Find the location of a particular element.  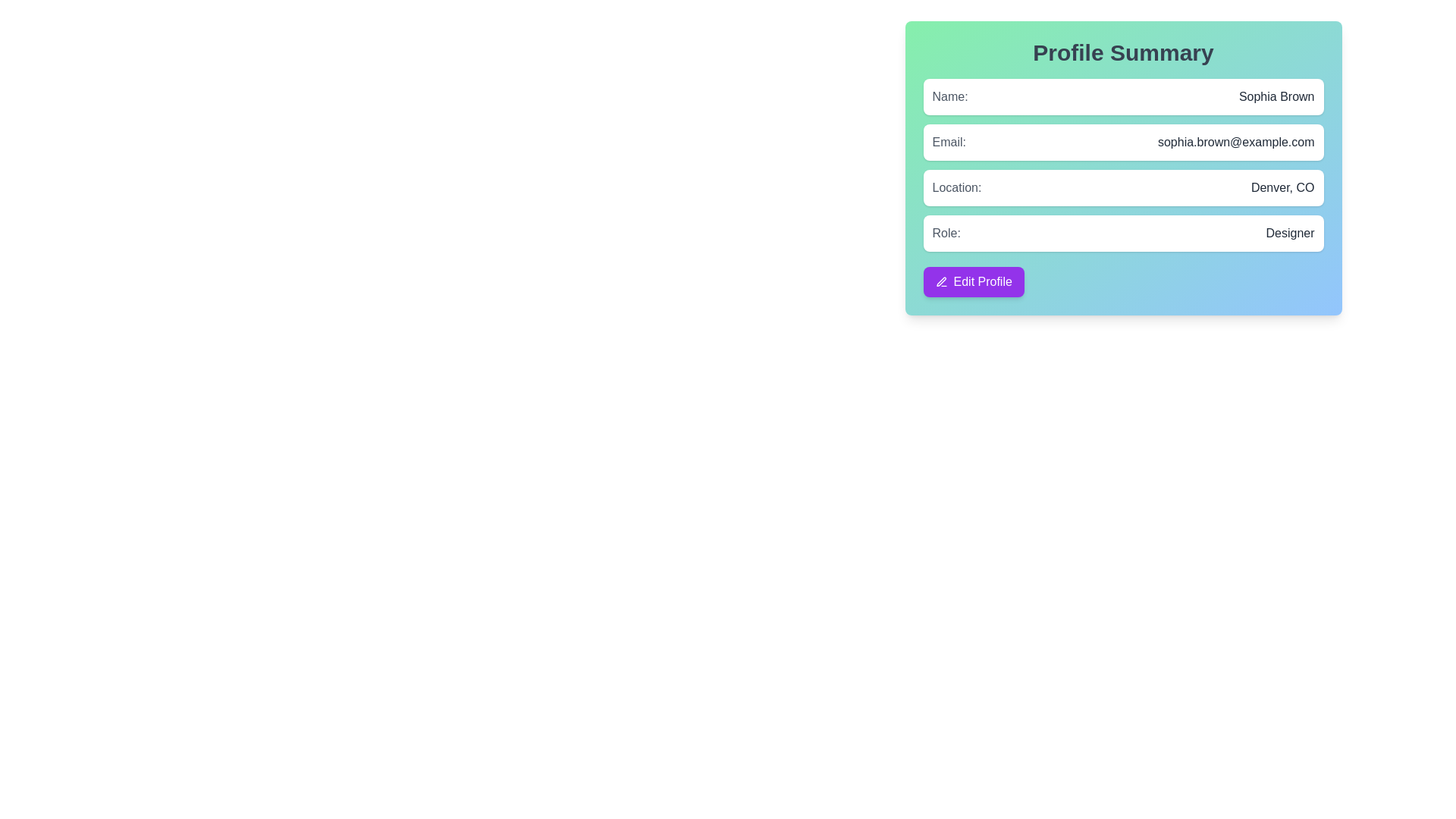

the static text label displaying the name 'Sophia Brown', which is styled in gray and located within the 'Profile Summary' panel, right next to the 'Name:' label is located at coordinates (1276, 96).